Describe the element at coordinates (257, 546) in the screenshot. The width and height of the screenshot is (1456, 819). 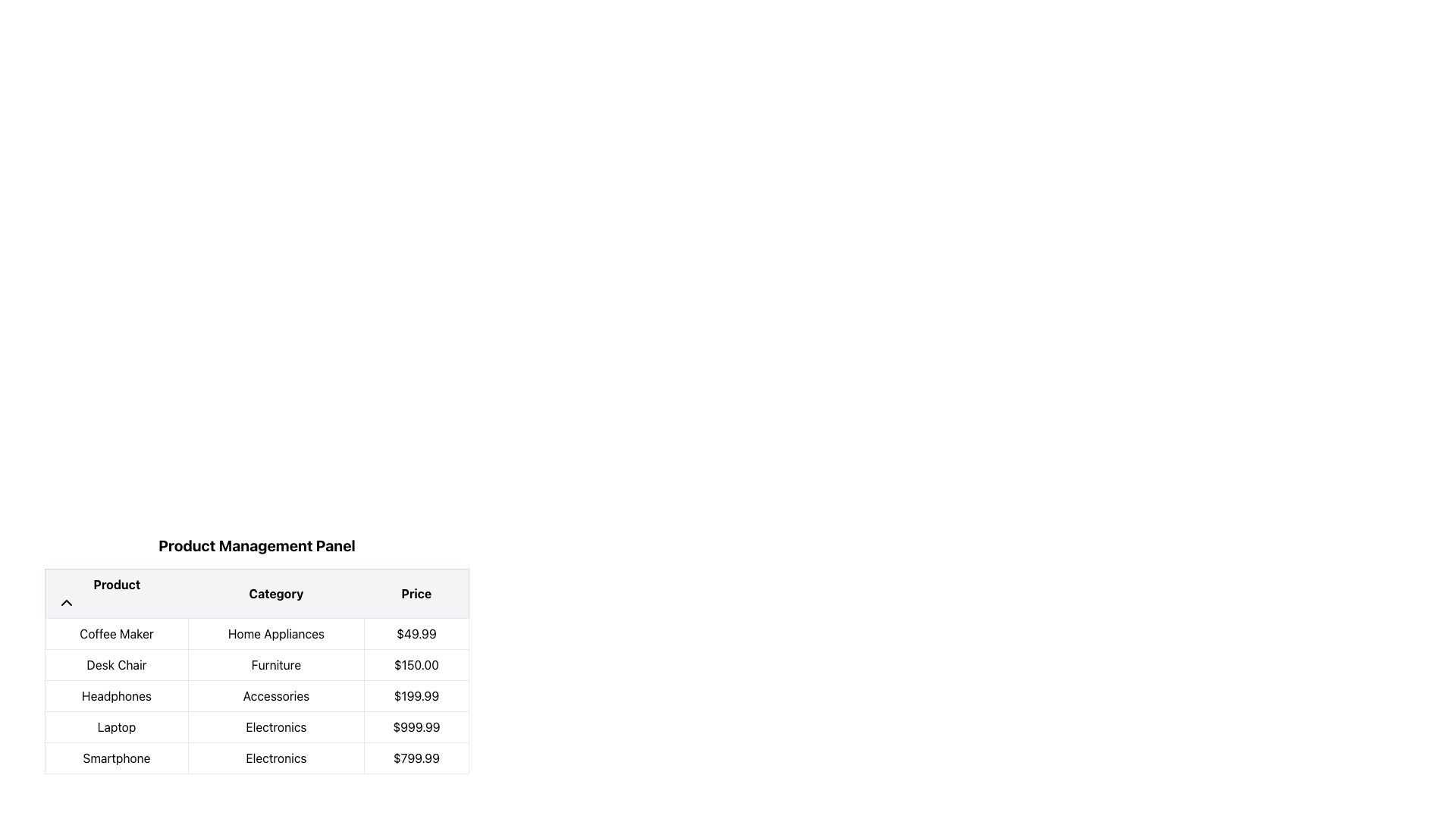
I see `the Text Label that serves as a title for the product management section, located above the product details table` at that location.